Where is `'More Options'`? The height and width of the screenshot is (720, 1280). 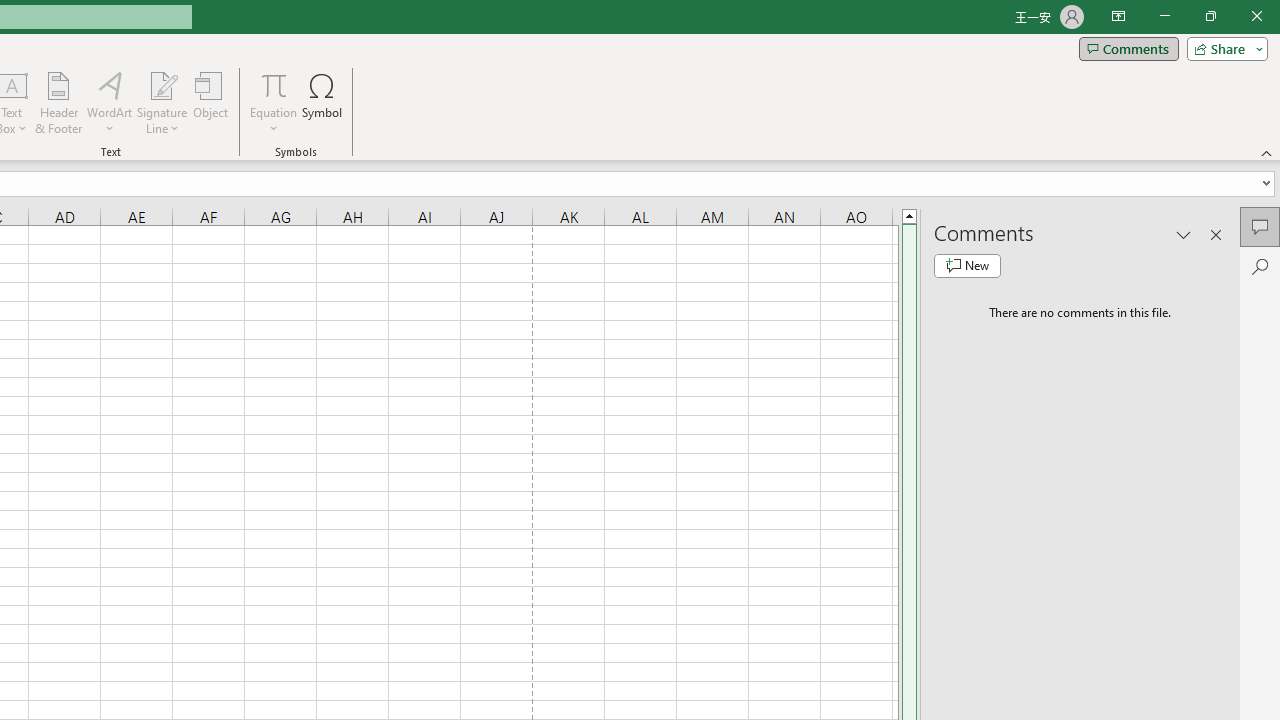 'More Options' is located at coordinates (272, 121).